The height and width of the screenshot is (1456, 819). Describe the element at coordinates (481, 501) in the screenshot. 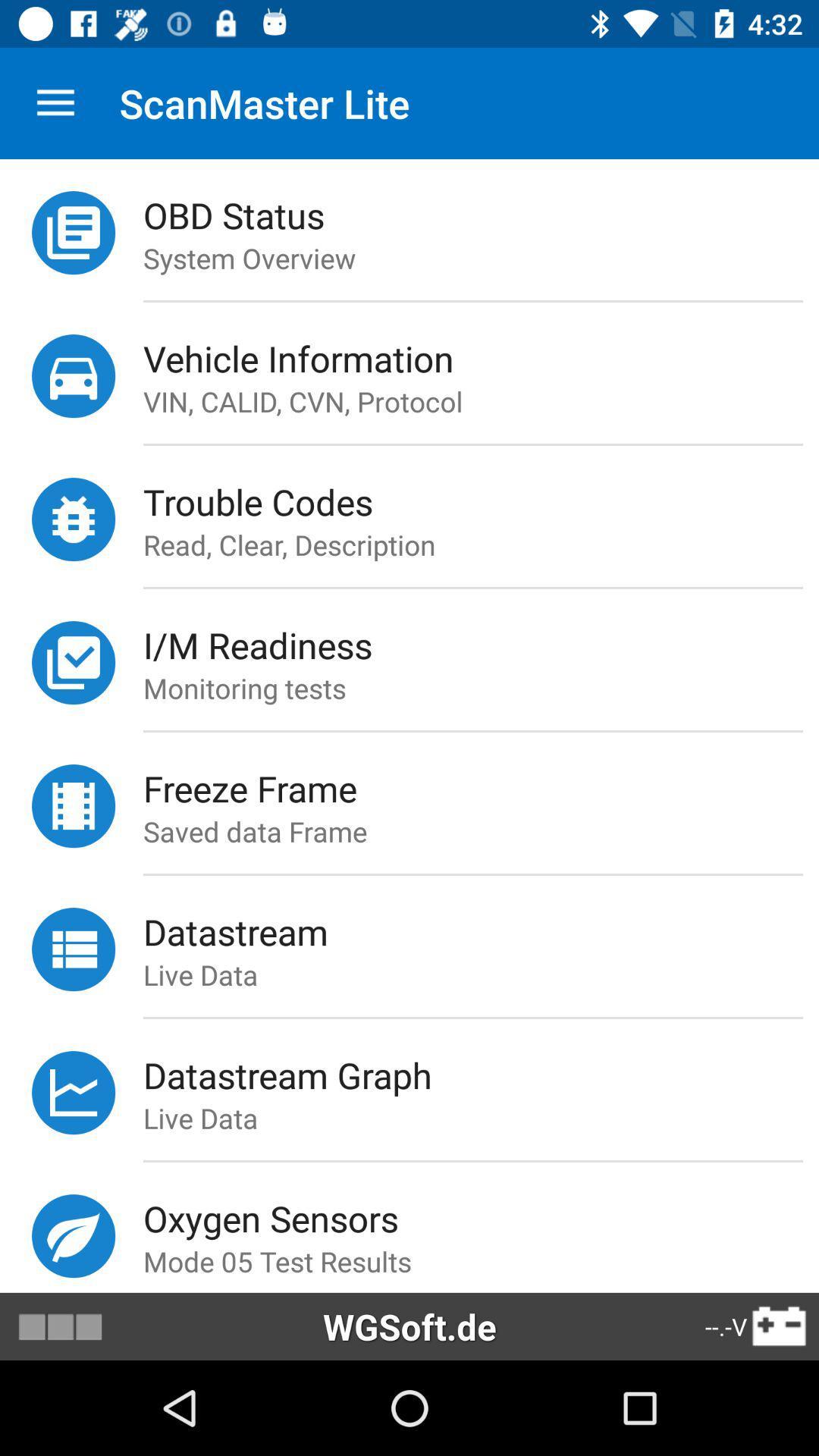

I see `trouble codes icon` at that location.